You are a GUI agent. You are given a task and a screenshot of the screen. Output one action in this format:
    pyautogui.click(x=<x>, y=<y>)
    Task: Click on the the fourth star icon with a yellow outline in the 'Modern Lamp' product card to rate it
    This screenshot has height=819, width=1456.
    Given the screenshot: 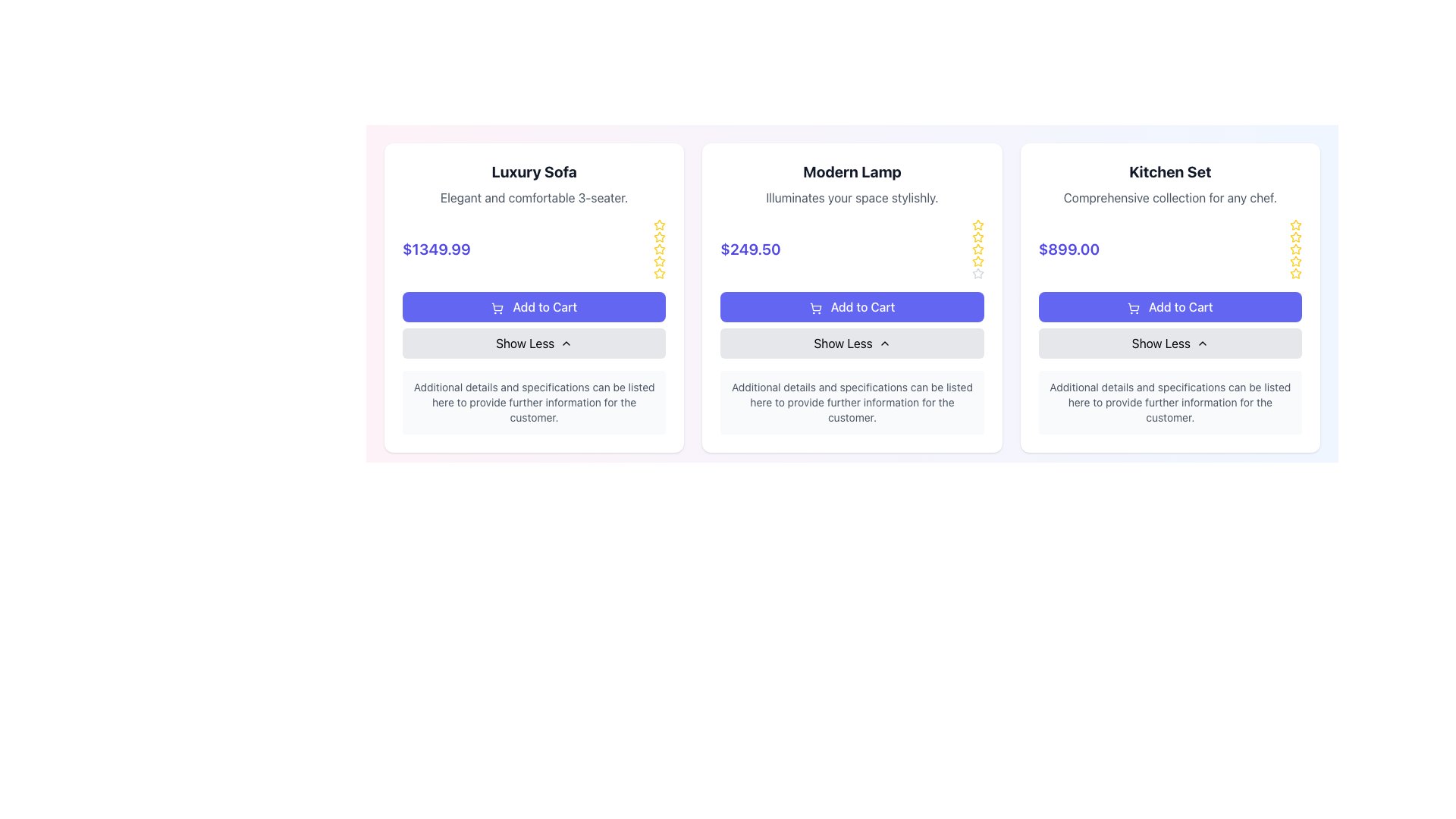 What is the action you would take?
    pyautogui.click(x=977, y=260)
    